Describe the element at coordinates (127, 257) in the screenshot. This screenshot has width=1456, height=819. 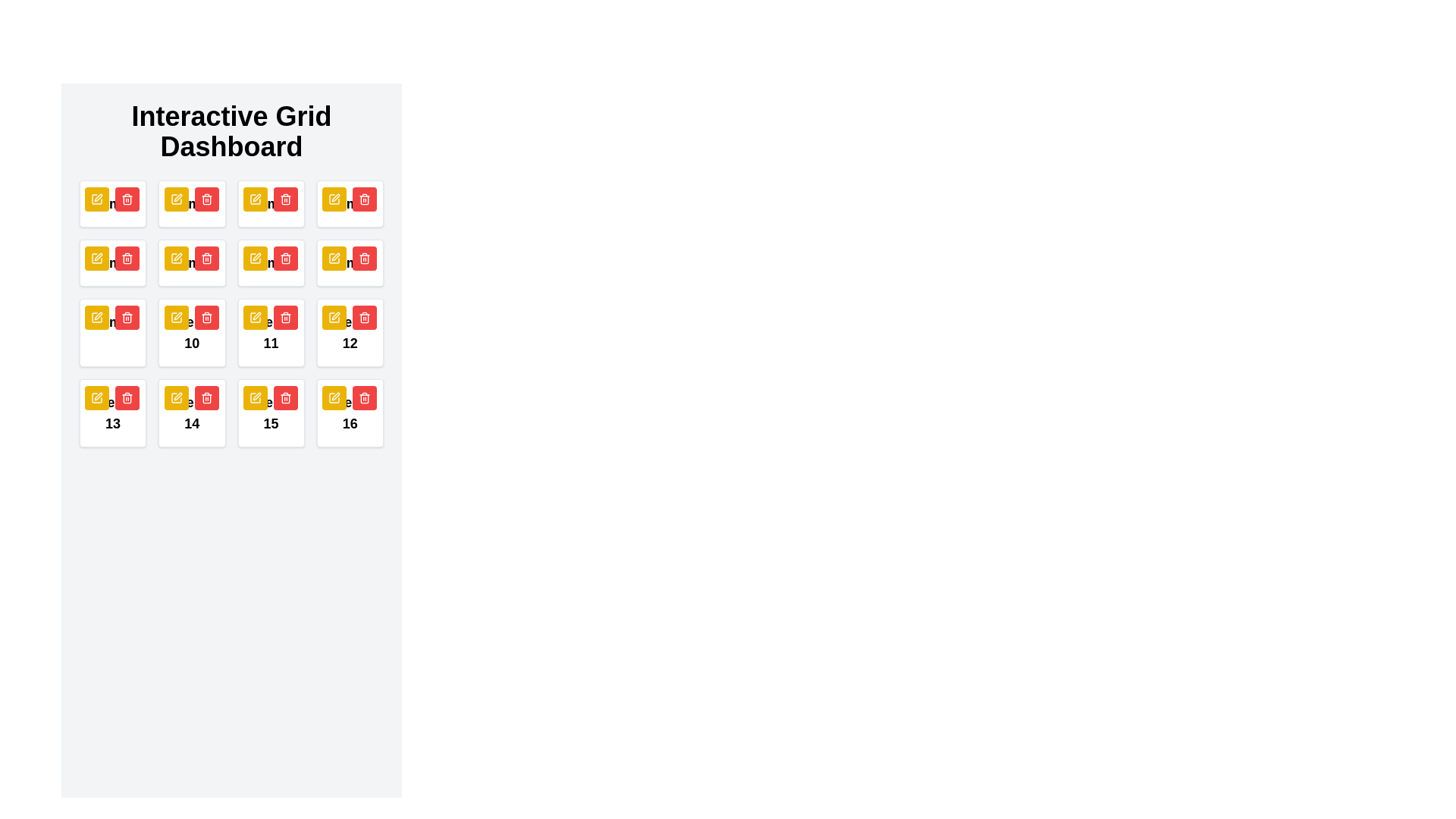
I see `the red circular button with a trash can icon located in the top-right corner of a card` at that location.